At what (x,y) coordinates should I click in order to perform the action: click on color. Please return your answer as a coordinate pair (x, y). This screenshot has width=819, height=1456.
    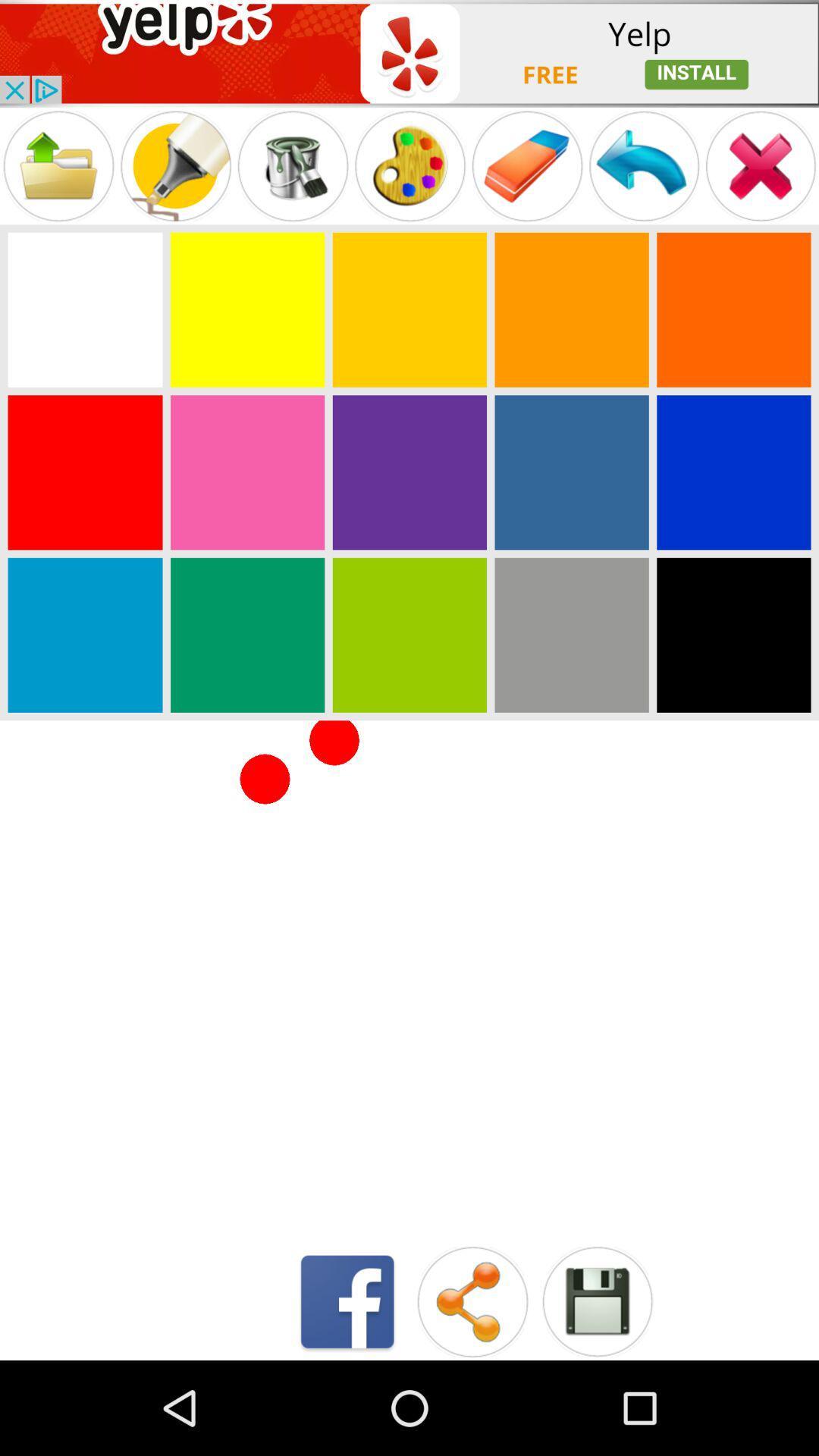
    Looking at the image, I should click on (409, 309).